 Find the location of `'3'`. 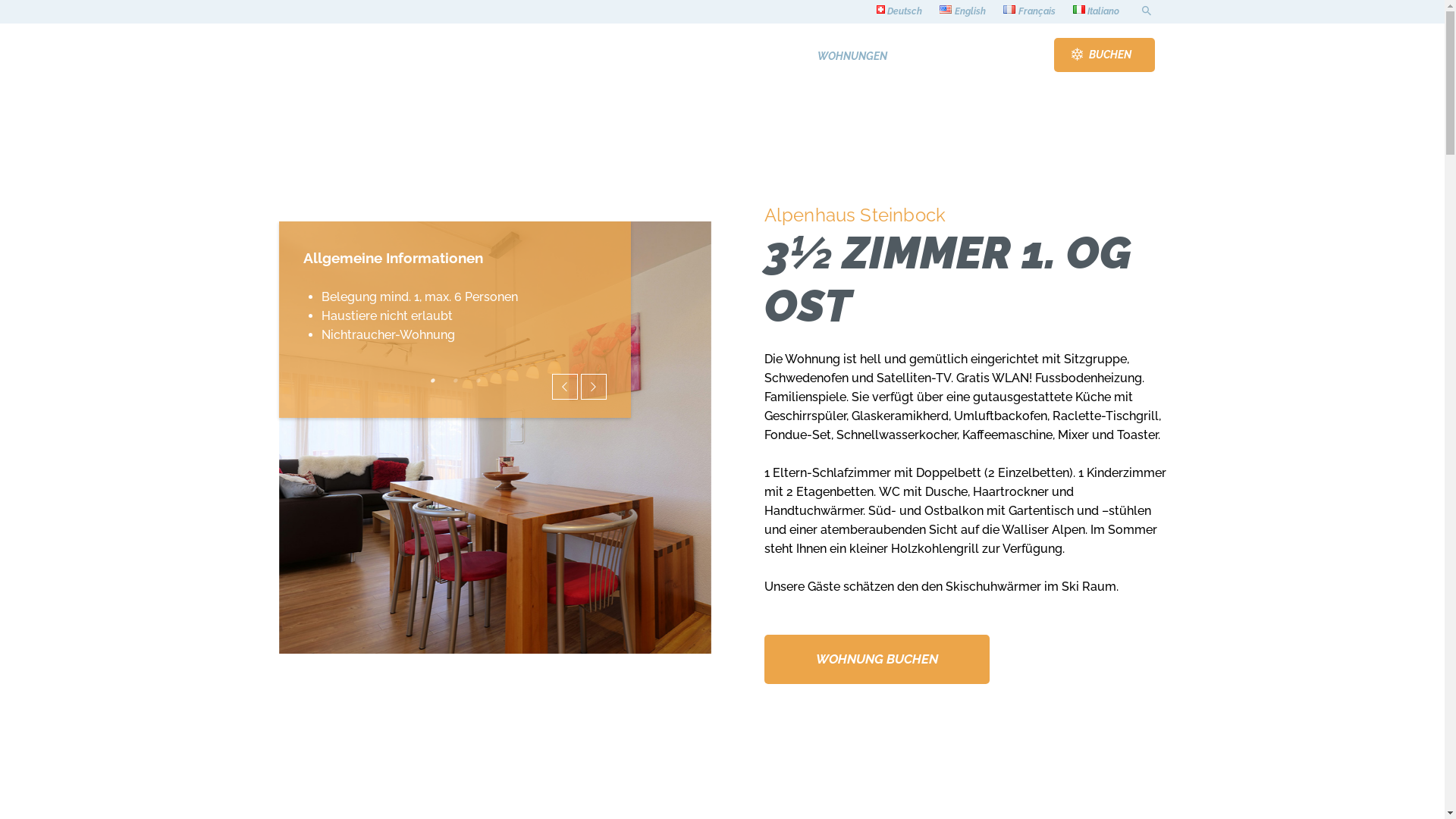

'3' is located at coordinates (469, 379).